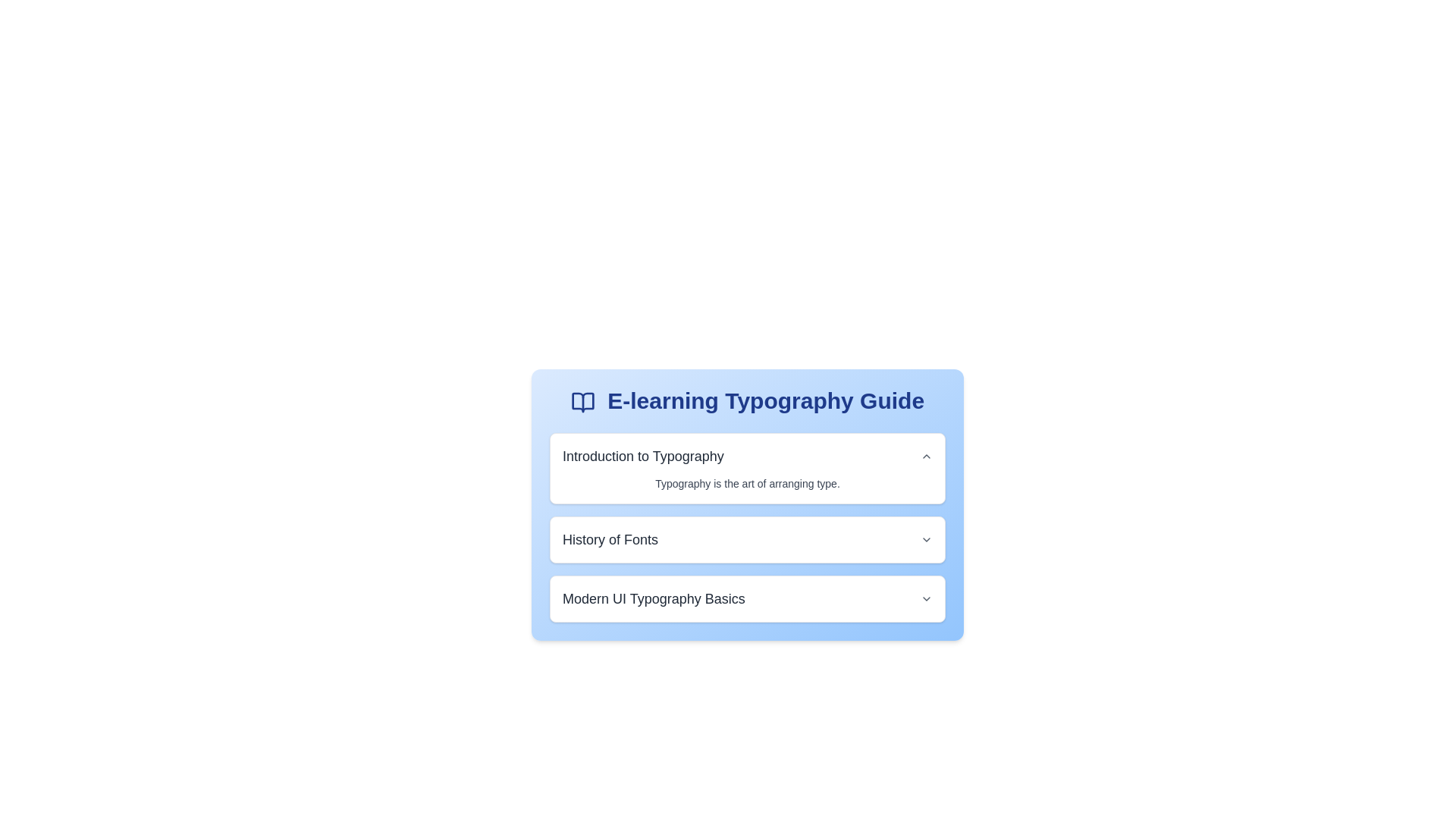  Describe the element at coordinates (926, 598) in the screenshot. I see `the downward-pointing chevron icon styled in gray, located to the far right of the section labeled 'Modern UI Typography Basics'` at that location.